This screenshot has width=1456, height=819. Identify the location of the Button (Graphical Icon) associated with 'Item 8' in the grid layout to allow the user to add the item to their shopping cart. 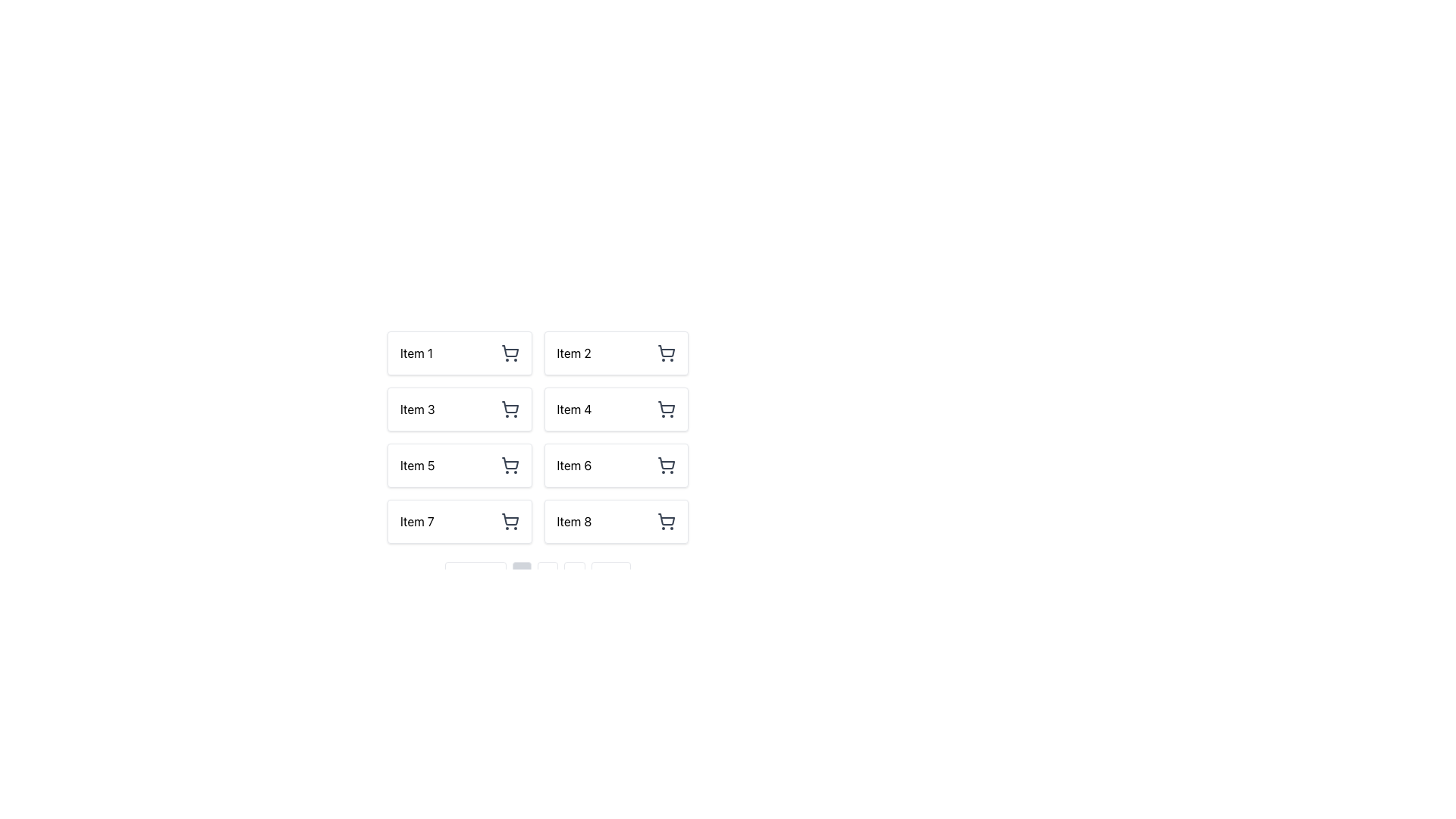
(666, 520).